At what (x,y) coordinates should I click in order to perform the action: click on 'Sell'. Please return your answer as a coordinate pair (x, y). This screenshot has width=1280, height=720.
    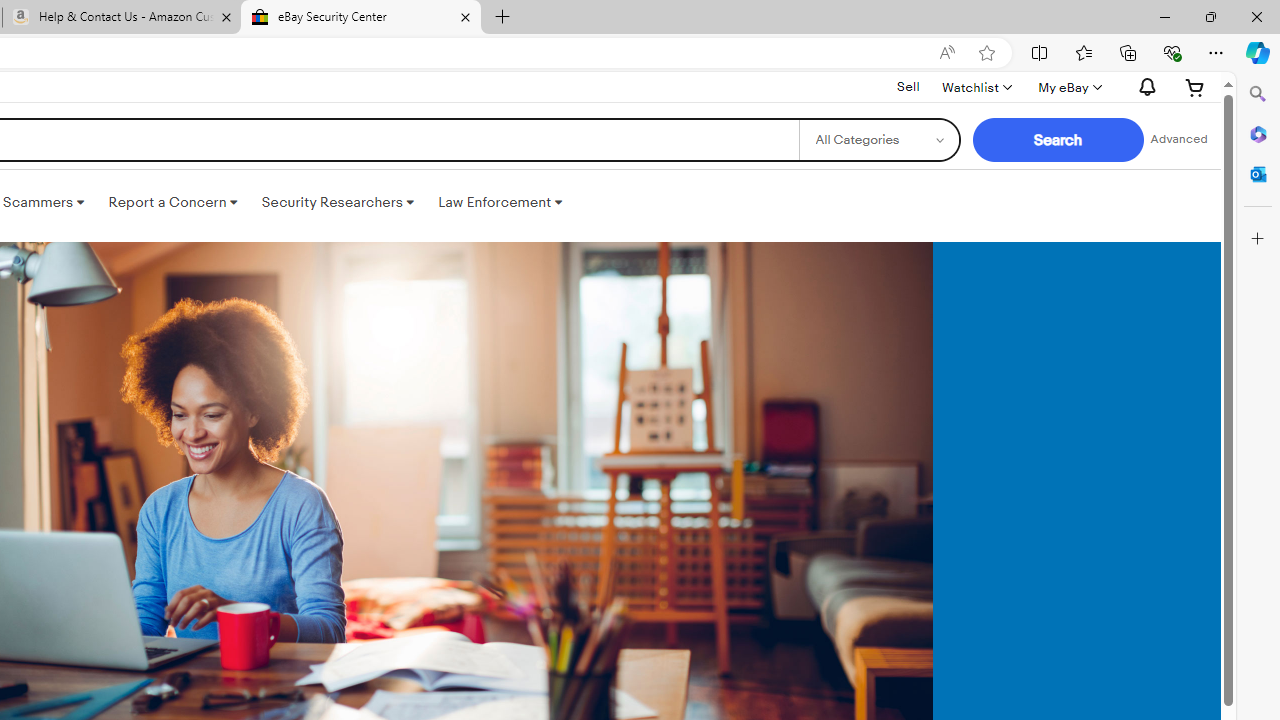
    Looking at the image, I should click on (907, 85).